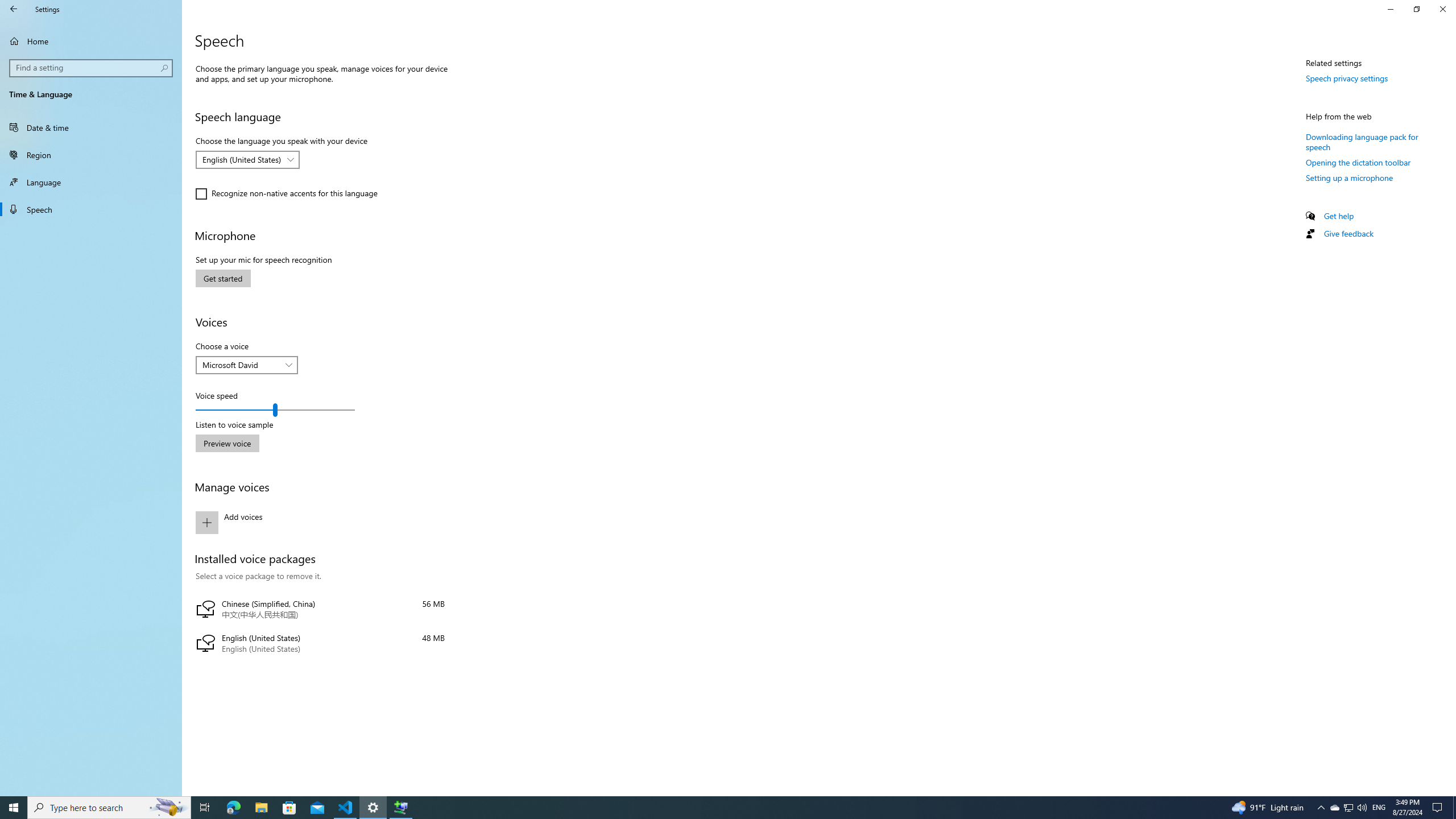 The height and width of the screenshot is (819, 1456). Describe the element at coordinates (90, 154) in the screenshot. I see `'Region'` at that location.